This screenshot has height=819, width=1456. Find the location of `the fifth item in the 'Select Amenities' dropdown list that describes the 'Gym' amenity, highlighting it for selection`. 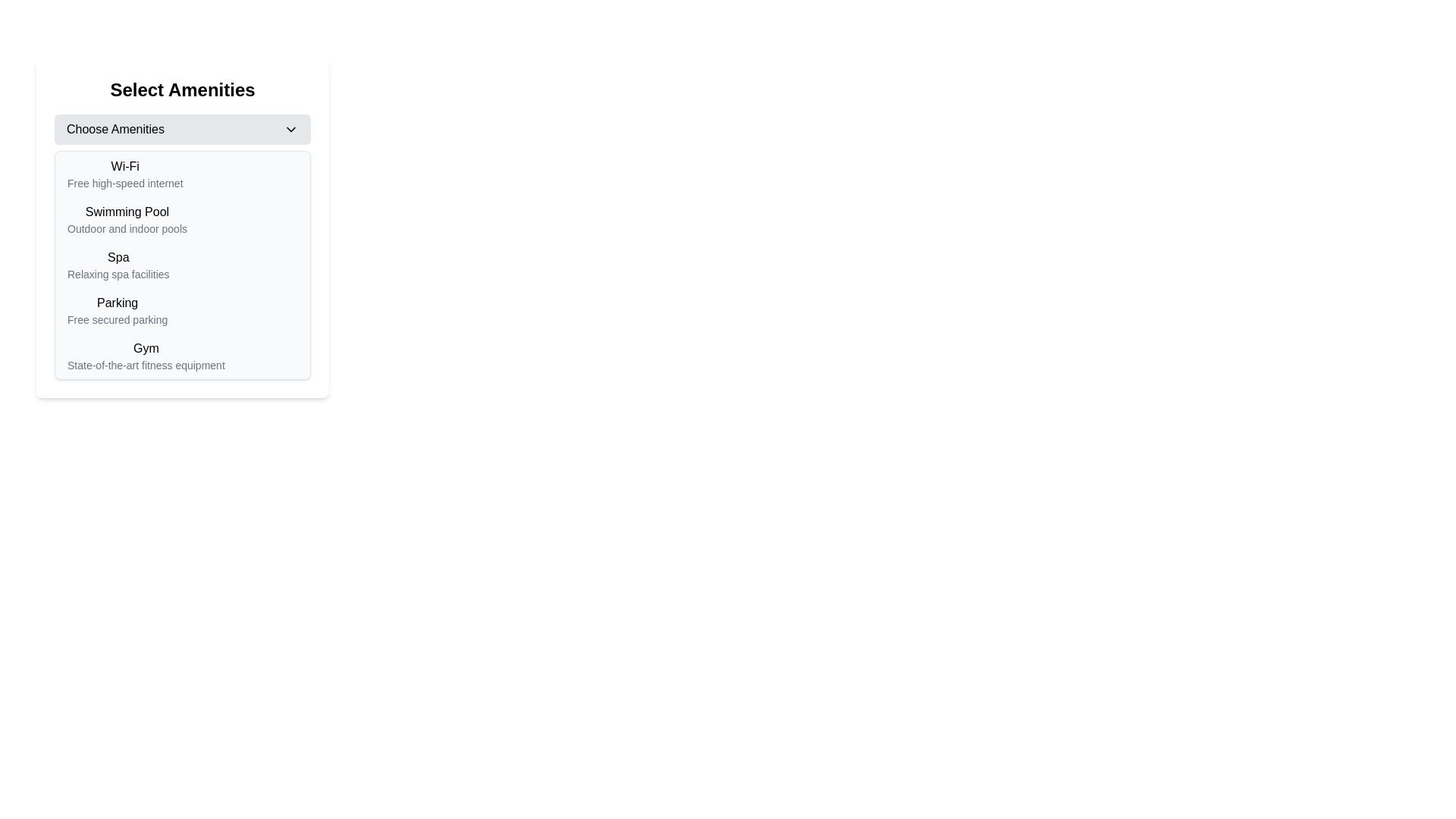

the fifth item in the 'Select Amenities' dropdown list that describes the 'Gym' amenity, highlighting it for selection is located at coordinates (146, 356).